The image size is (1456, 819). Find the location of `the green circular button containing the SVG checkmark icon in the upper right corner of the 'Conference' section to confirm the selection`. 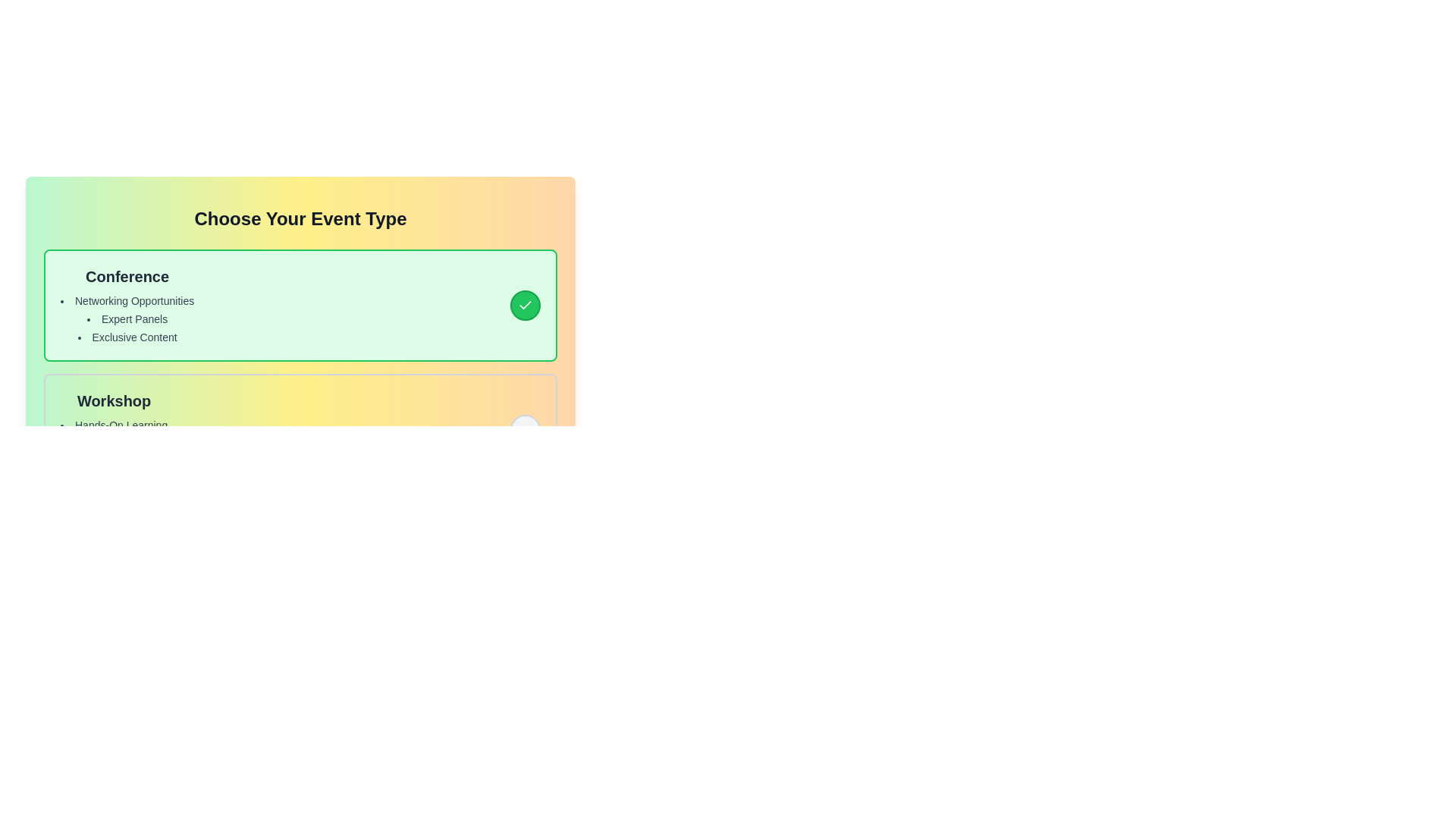

the green circular button containing the SVG checkmark icon in the upper right corner of the 'Conference' section to confirm the selection is located at coordinates (525, 305).